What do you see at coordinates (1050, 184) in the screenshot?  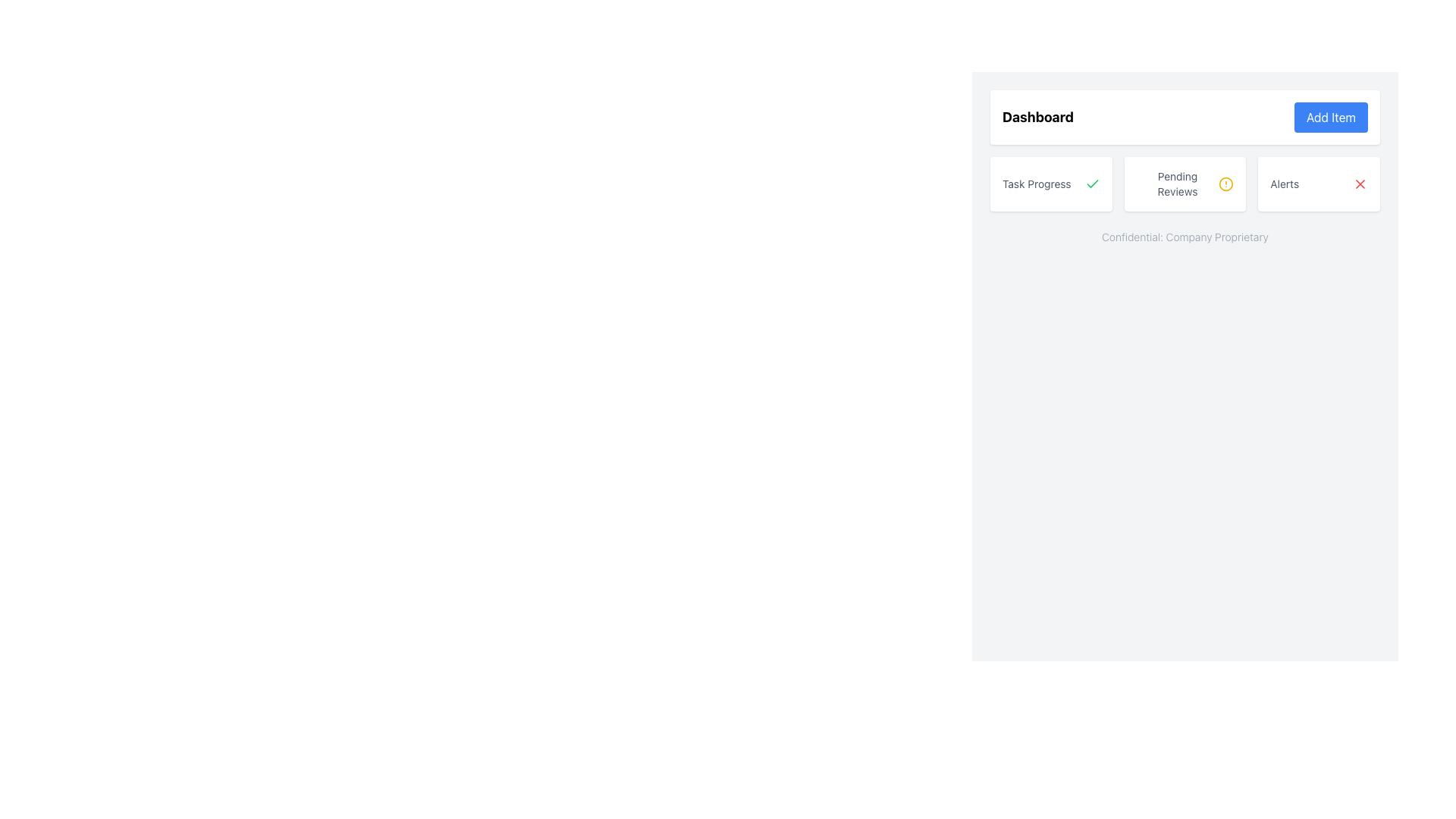 I see `the 'Task Progress' card, which is the first card in a row of three with a white background, rounded corners, and a green checkmark icon` at bounding box center [1050, 184].